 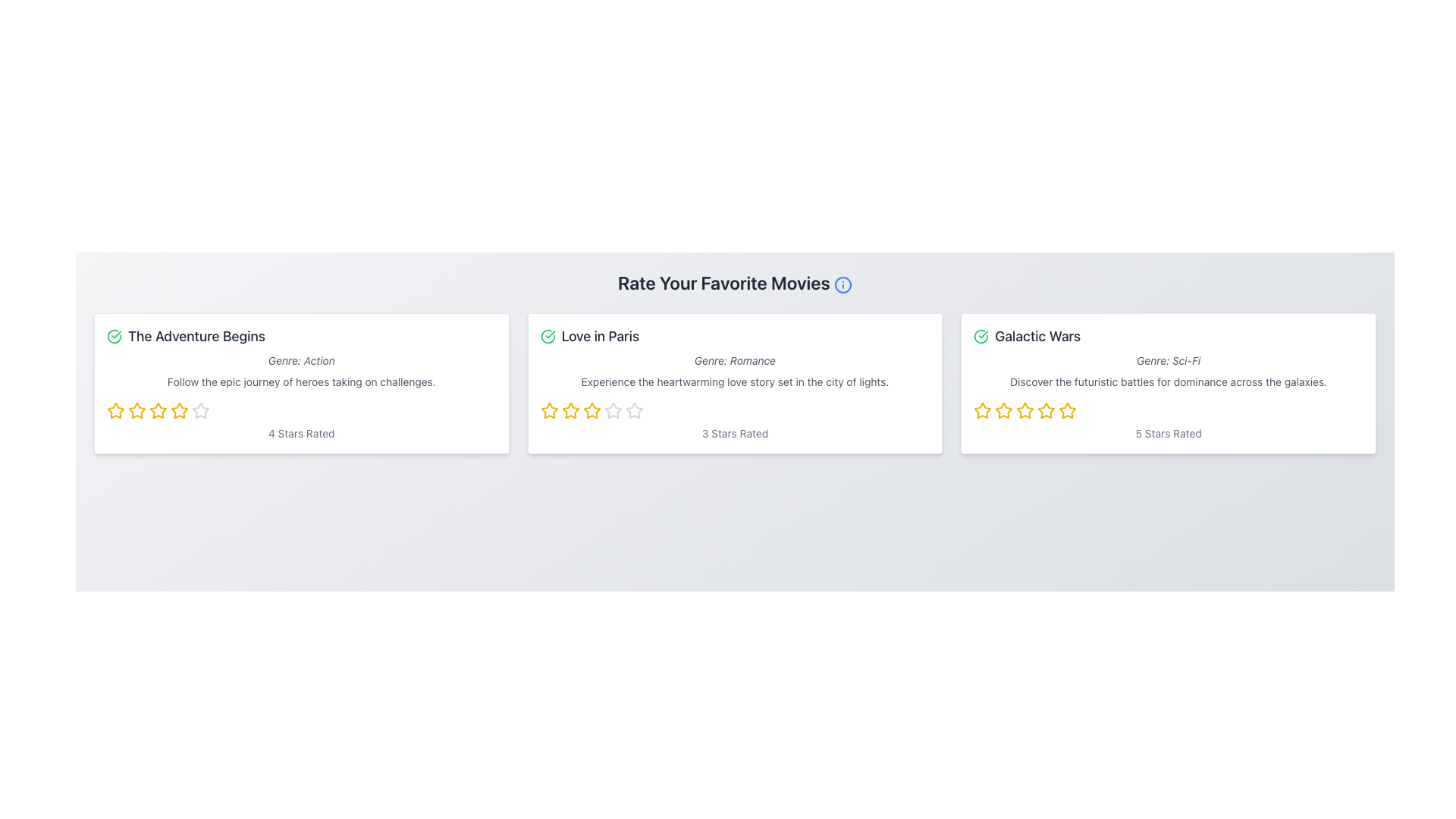 I want to click on the second star icon in the rating system located within the card titled 'The Adventure Begins', so click(x=158, y=410).